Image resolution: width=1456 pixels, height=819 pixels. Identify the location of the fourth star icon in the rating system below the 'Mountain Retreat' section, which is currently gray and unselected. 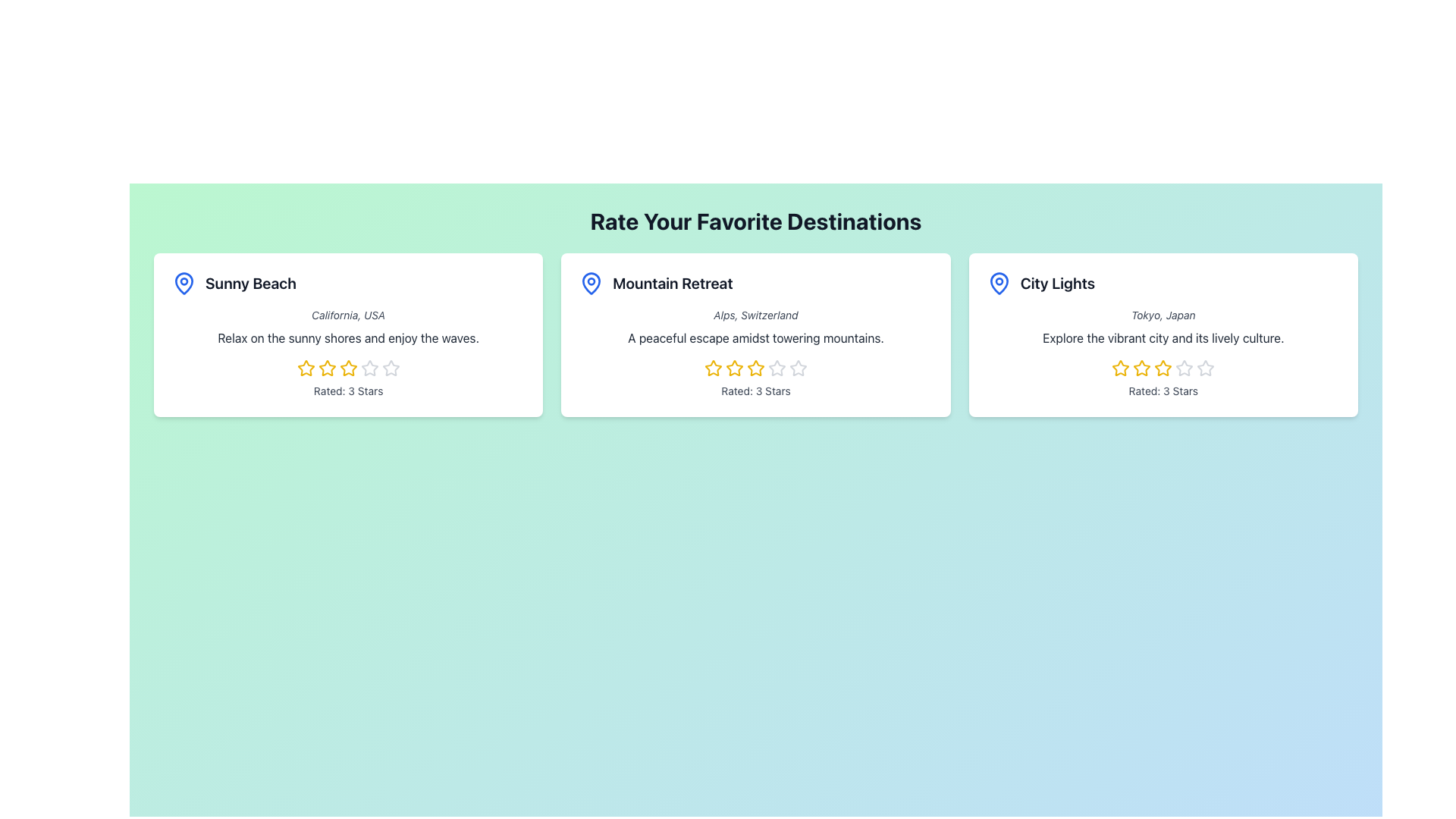
(777, 369).